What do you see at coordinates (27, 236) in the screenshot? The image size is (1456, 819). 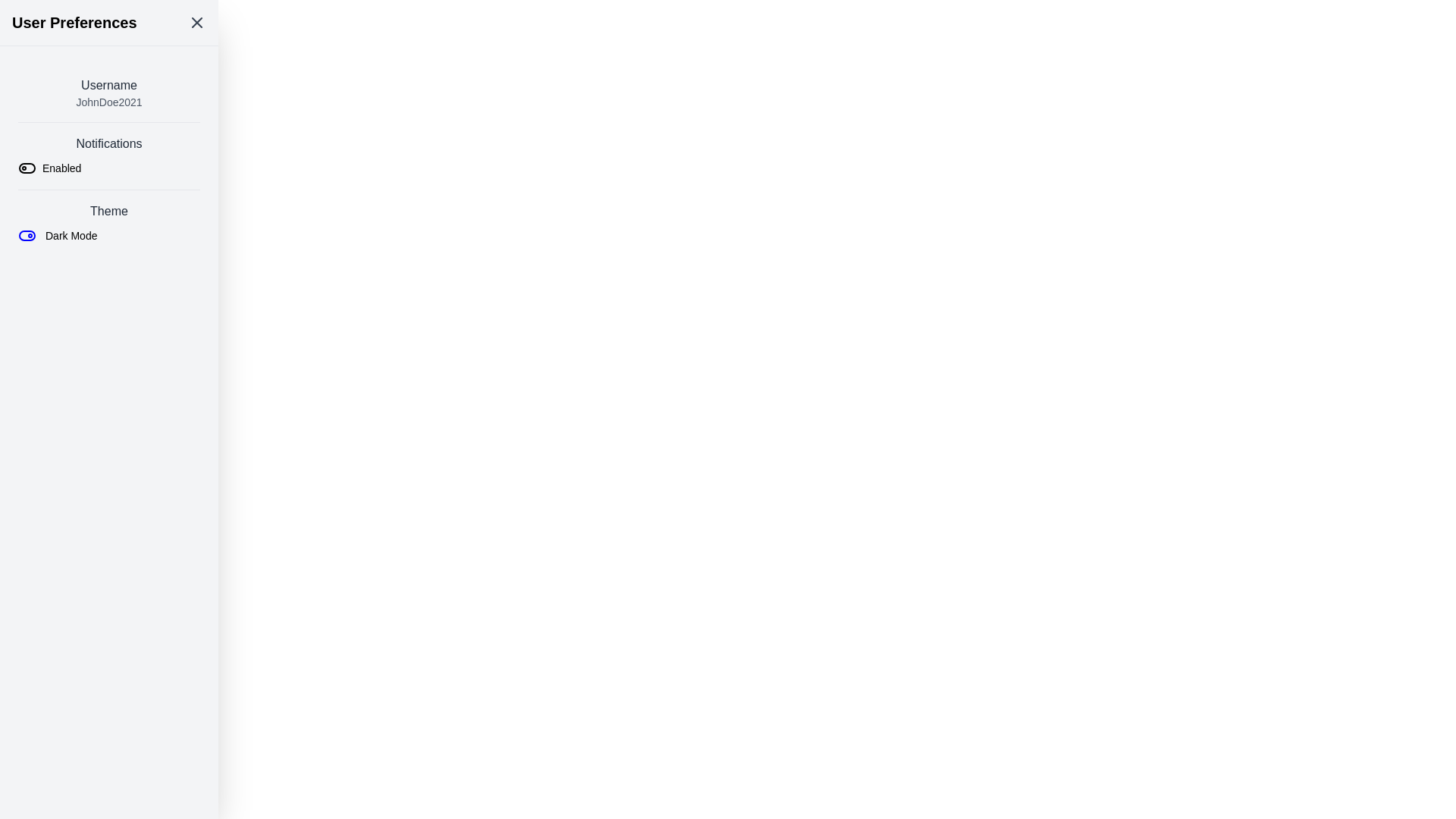 I see `the Toggle switch background in the 'Theme' section` at bounding box center [27, 236].